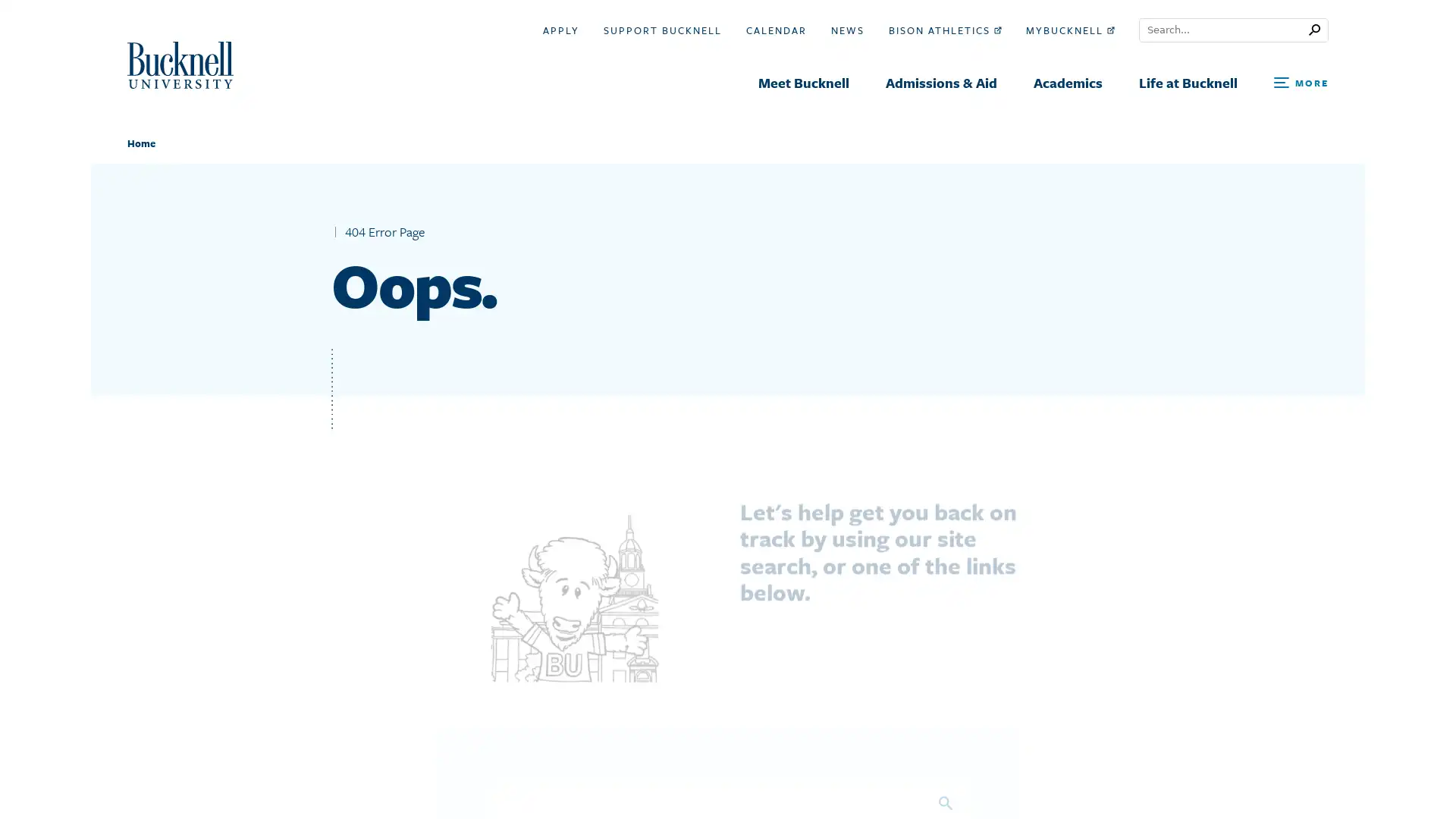  I want to click on Search, so click(945, 797).